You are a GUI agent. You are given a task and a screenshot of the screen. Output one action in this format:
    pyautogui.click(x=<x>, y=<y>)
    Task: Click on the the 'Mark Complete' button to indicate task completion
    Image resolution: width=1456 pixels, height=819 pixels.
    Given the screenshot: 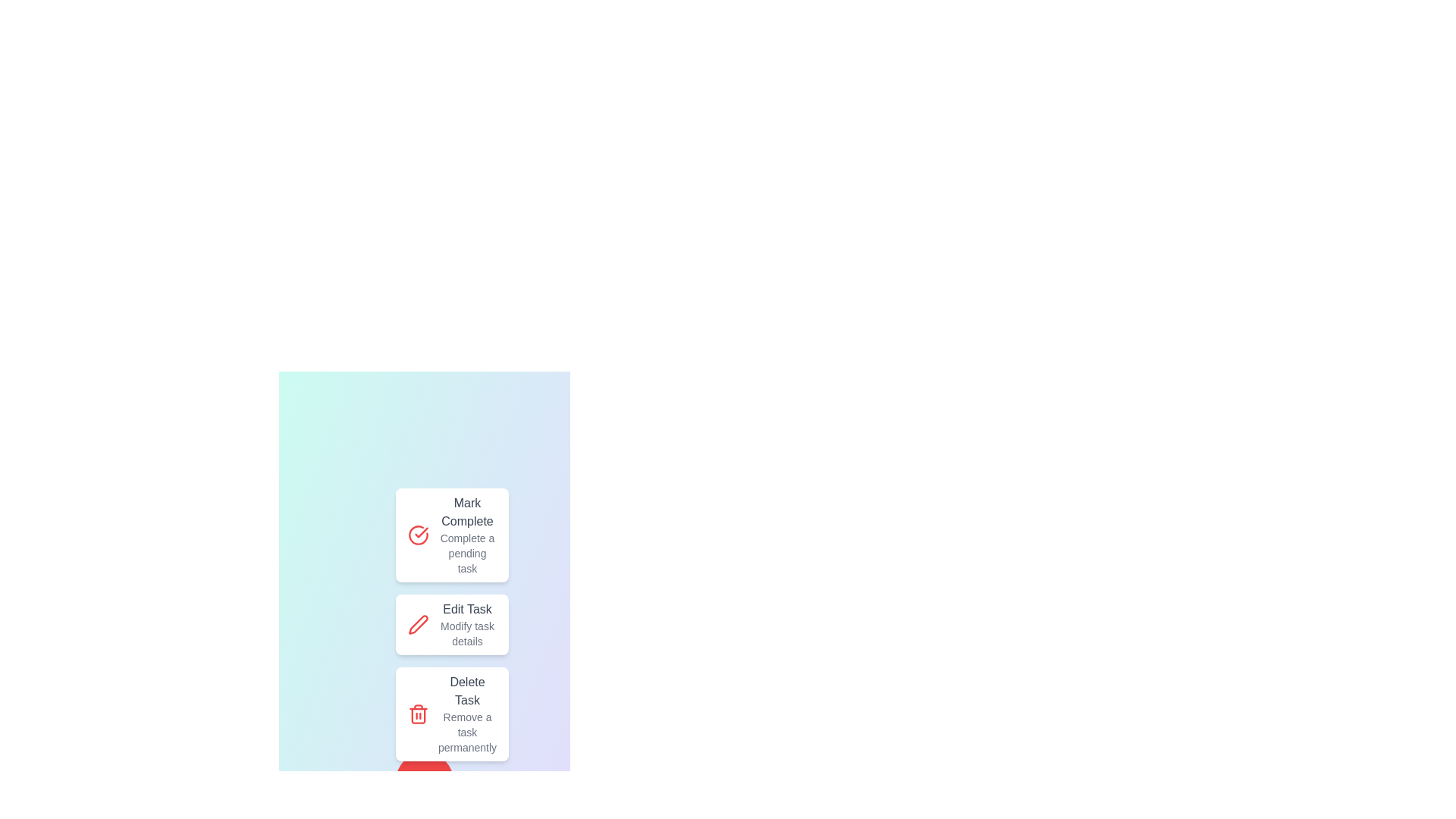 What is the action you would take?
    pyautogui.click(x=450, y=534)
    